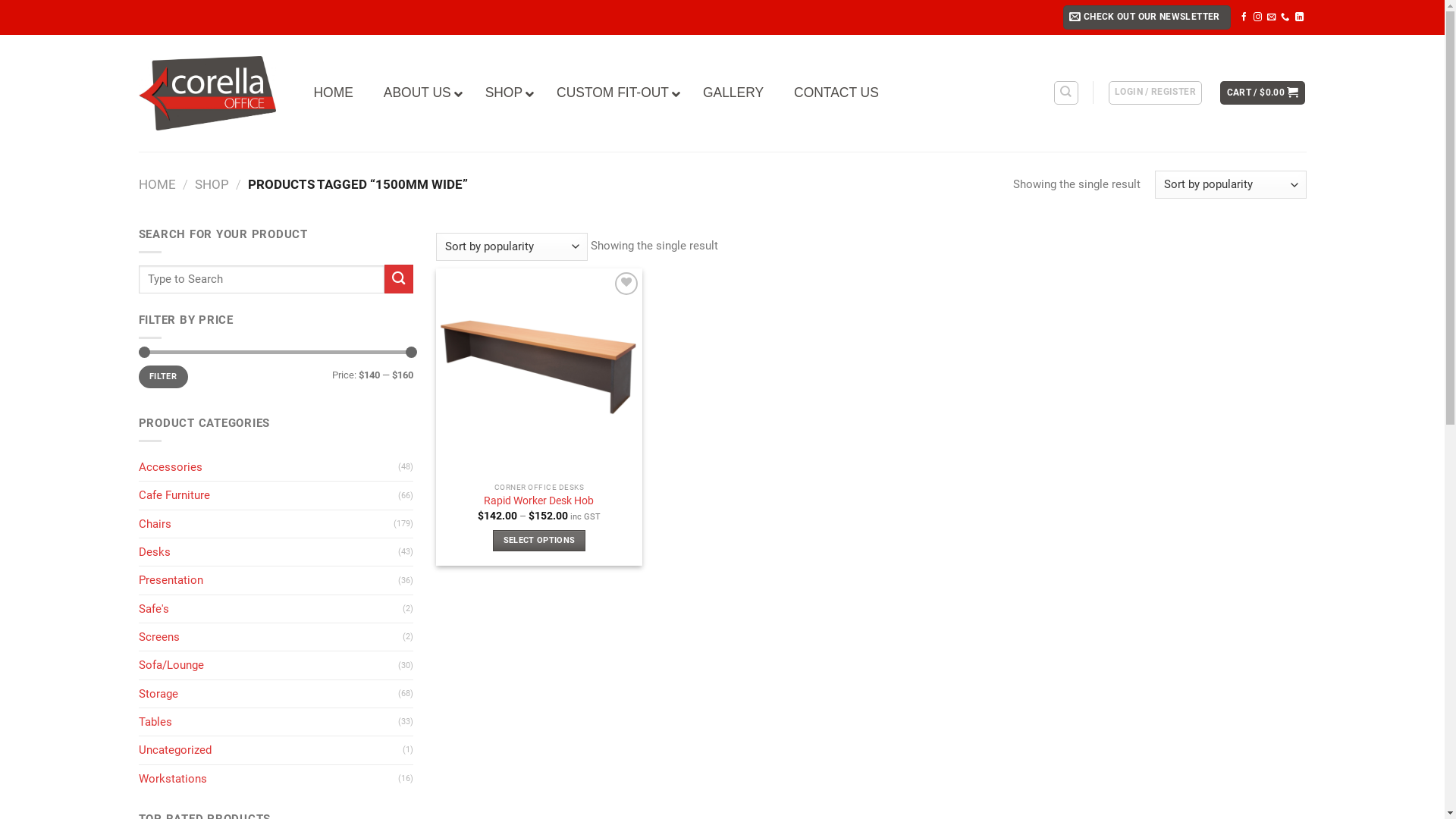  What do you see at coordinates (419, 93) in the screenshot?
I see `'ABOUT US'` at bounding box center [419, 93].